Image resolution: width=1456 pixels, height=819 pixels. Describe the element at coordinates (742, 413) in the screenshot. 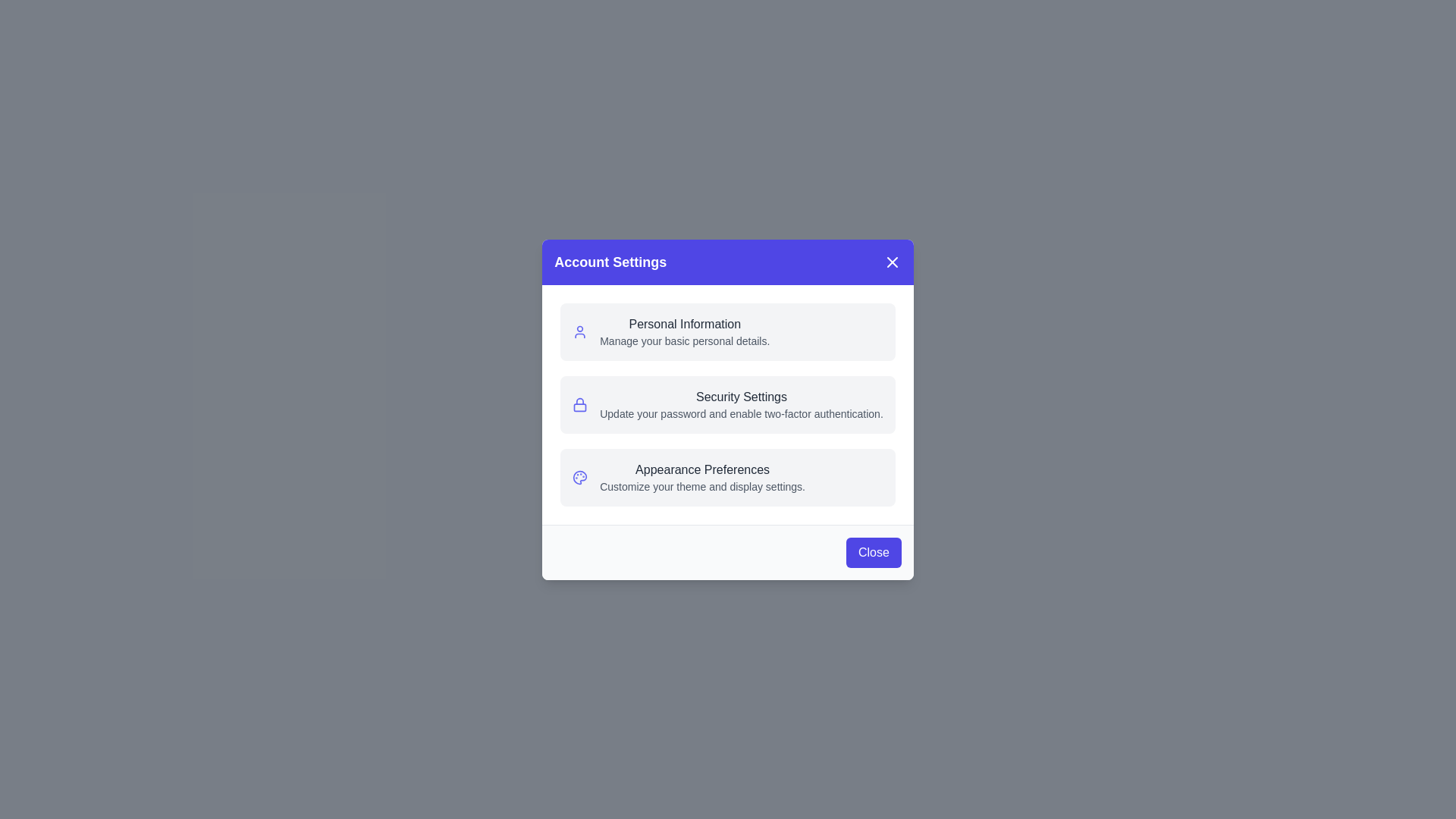

I see `the text label that says 'Update your password and enable two-factor authentication.' which is located directly below the 'Security Settings' title in the modal dialog` at that location.